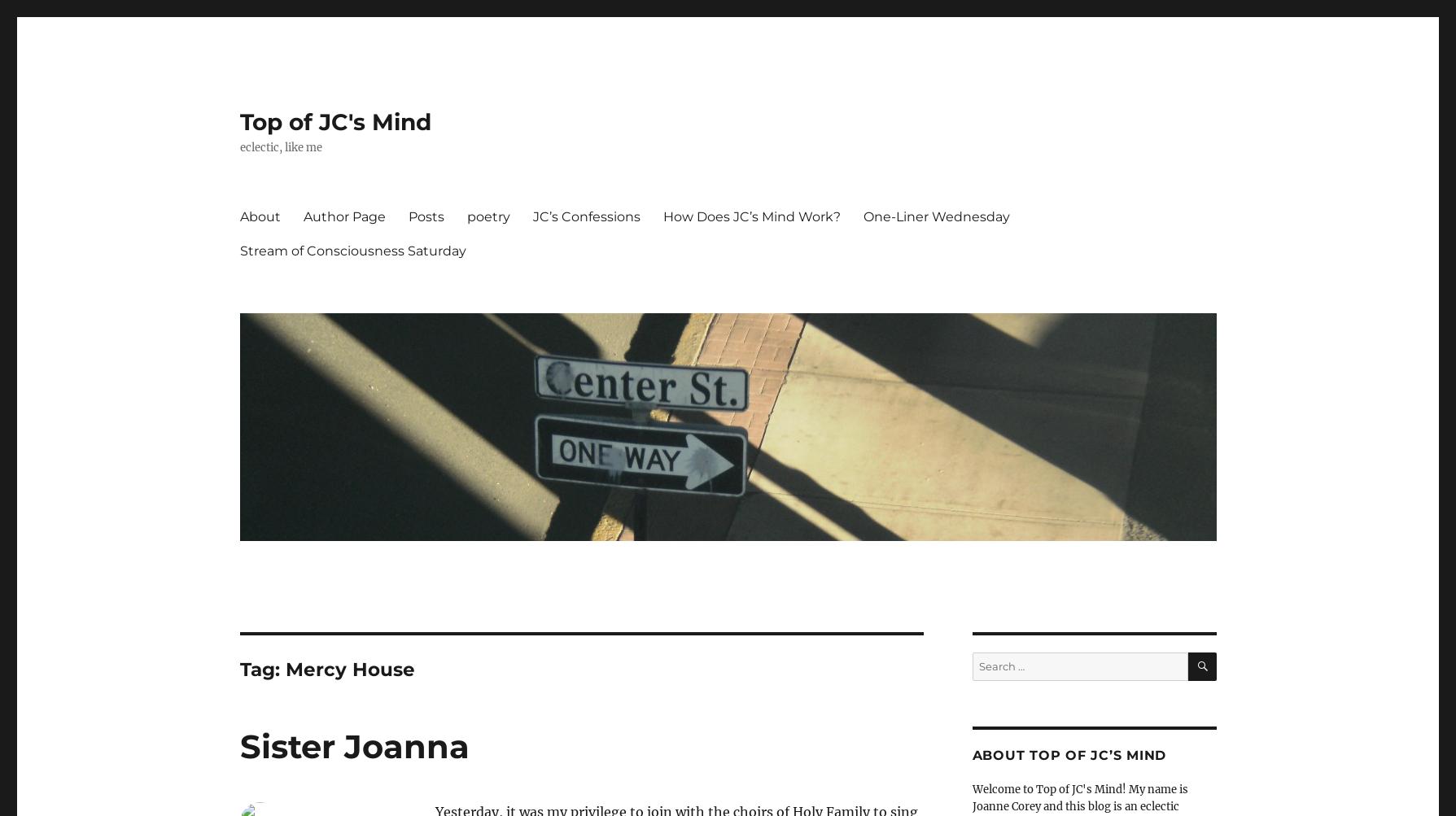 The height and width of the screenshot is (816, 1456). I want to click on 'Stream of Consciousness Saturday', so click(238, 249).